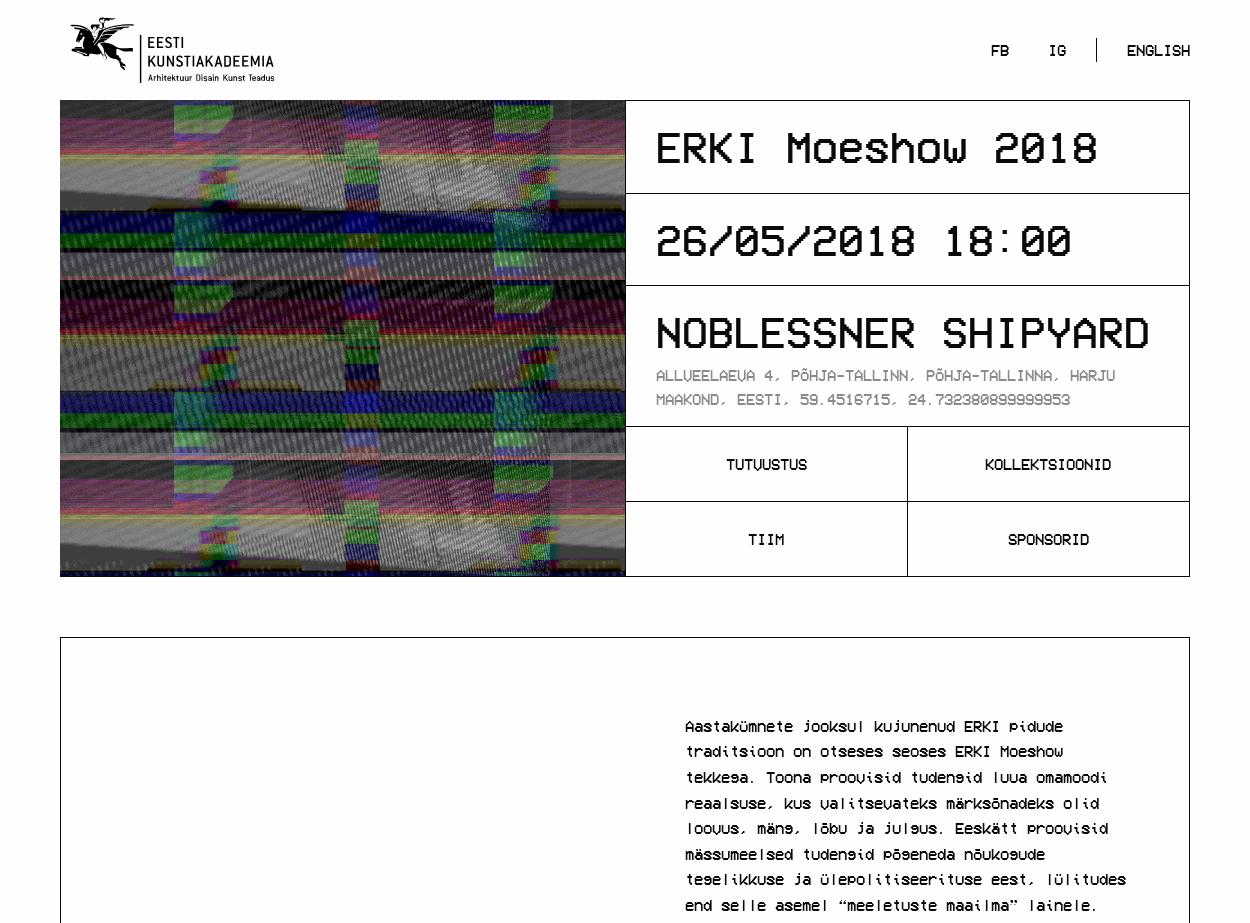 This screenshot has height=923, width=1250. Describe the element at coordinates (885, 385) in the screenshot. I see `'Allveelaeva 4, Põhja-Tallinn, Põhja-Tallinna, Harju maakond, Eesti, 59.4516715, 24.732380899999953'` at that location.